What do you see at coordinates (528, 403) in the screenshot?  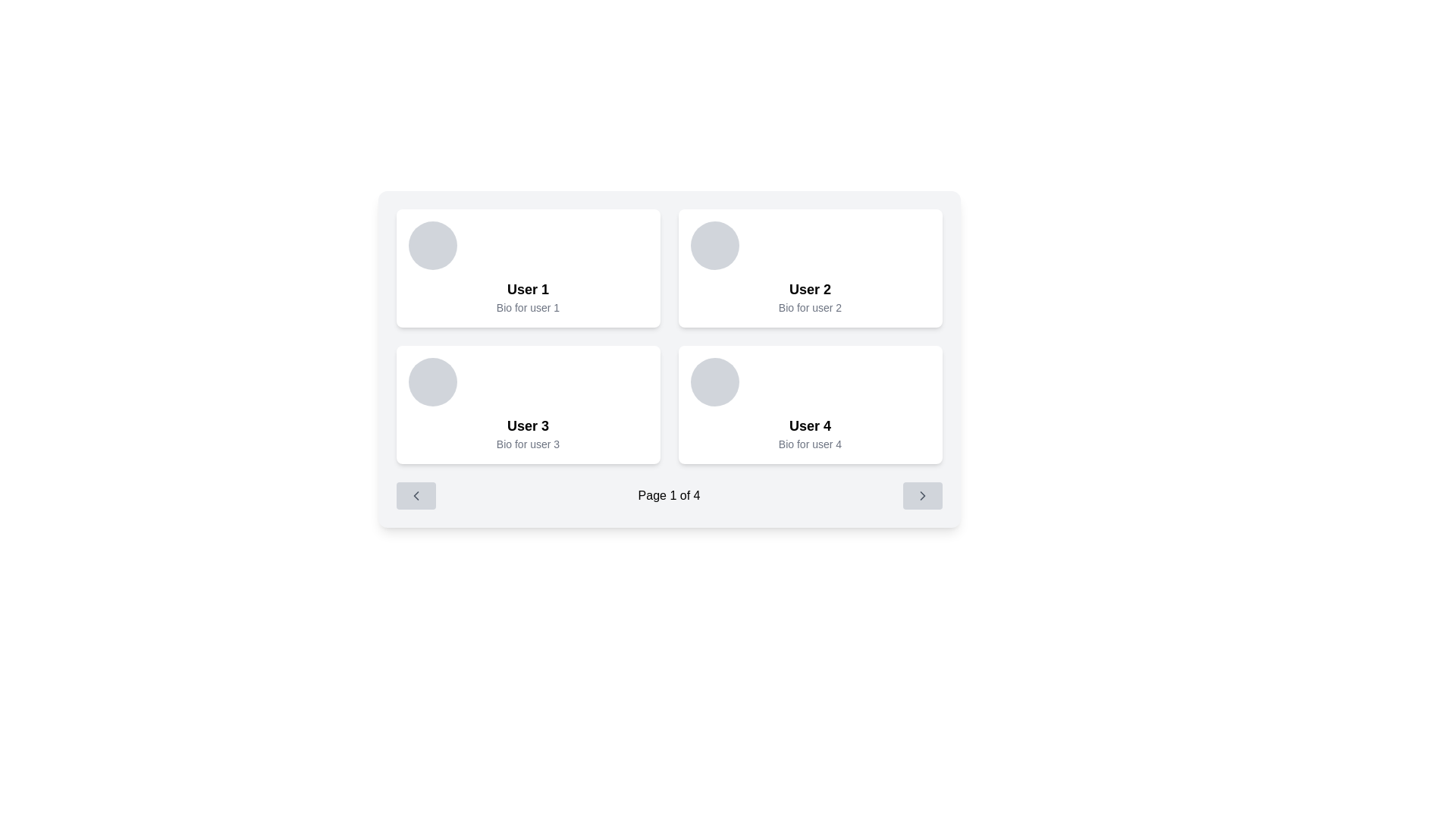 I see `the Profile Card that represents a user's profile snippet, located in the bottom-left of a 2x2 grid, underneath the 'User 1' card and to the left of the 'User 4' card` at bounding box center [528, 403].